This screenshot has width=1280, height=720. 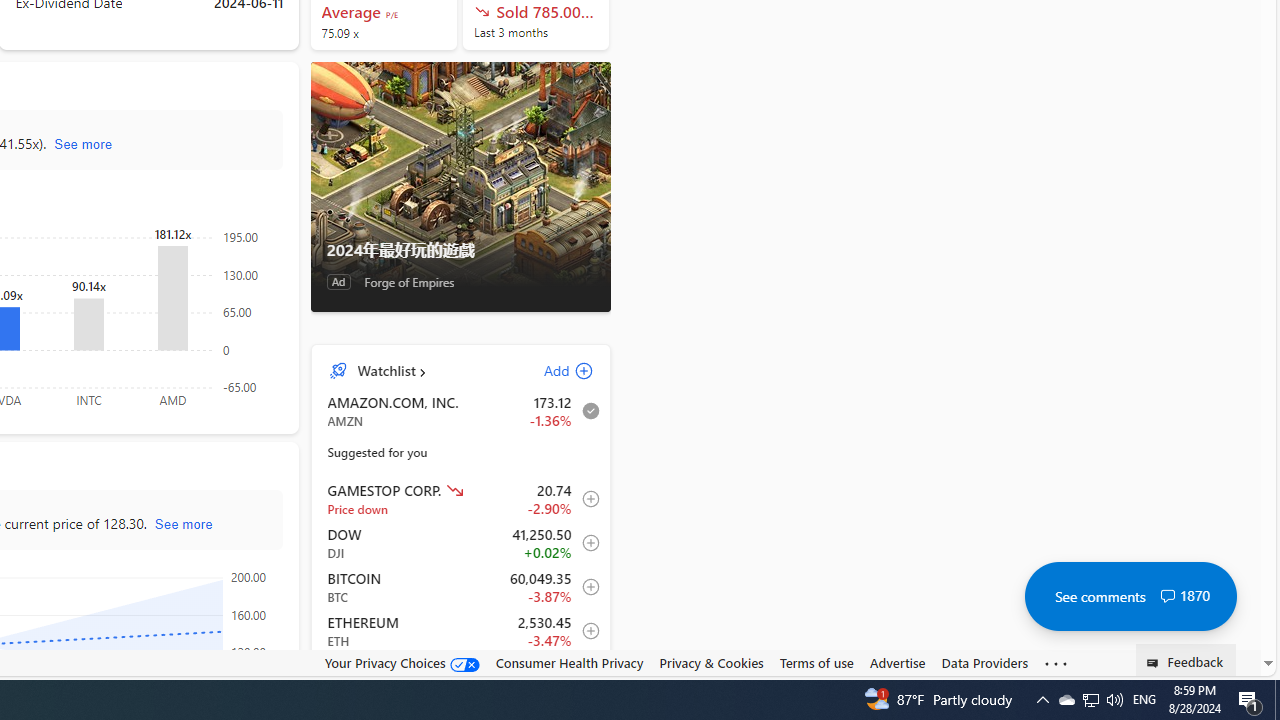 What do you see at coordinates (711, 662) in the screenshot?
I see `'Privacy & Cookies'` at bounding box center [711, 662].